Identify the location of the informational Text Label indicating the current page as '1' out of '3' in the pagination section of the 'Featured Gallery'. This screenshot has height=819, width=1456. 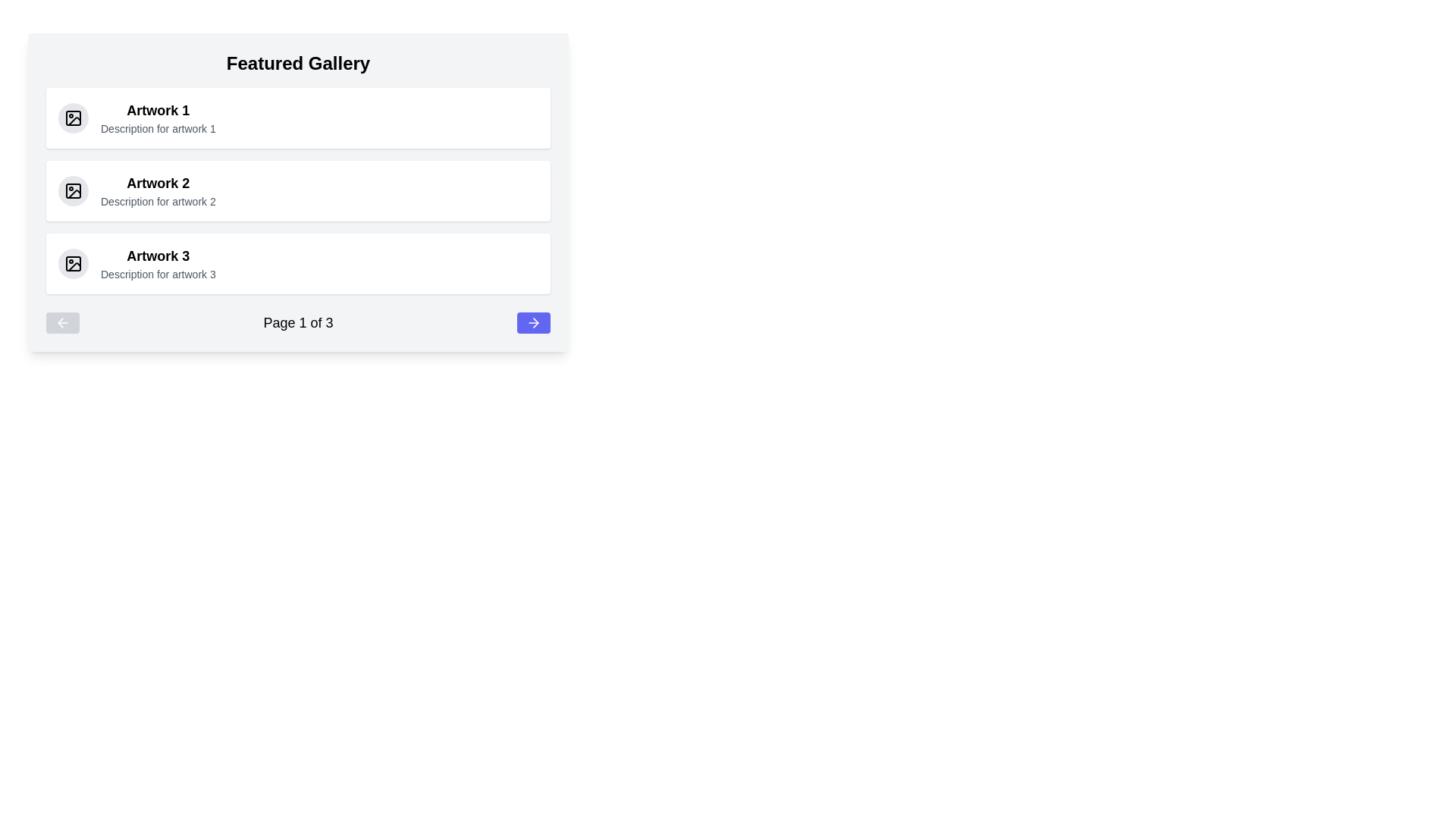
(298, 322).